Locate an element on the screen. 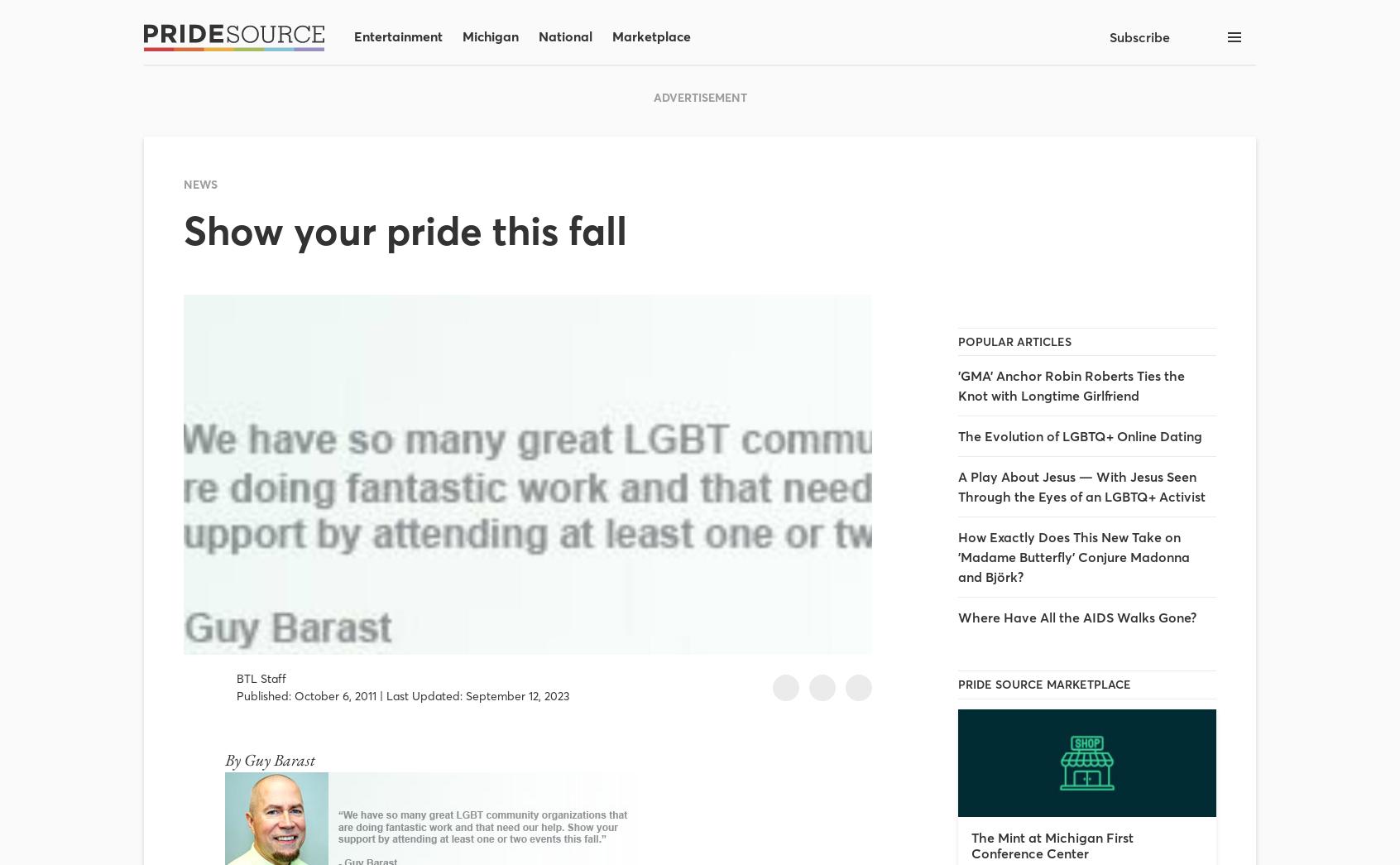  'Watch Halloween-Themed Drag, Plus Other Queer Spooky Season Michigan Events' is located at coordinates (325, 570).